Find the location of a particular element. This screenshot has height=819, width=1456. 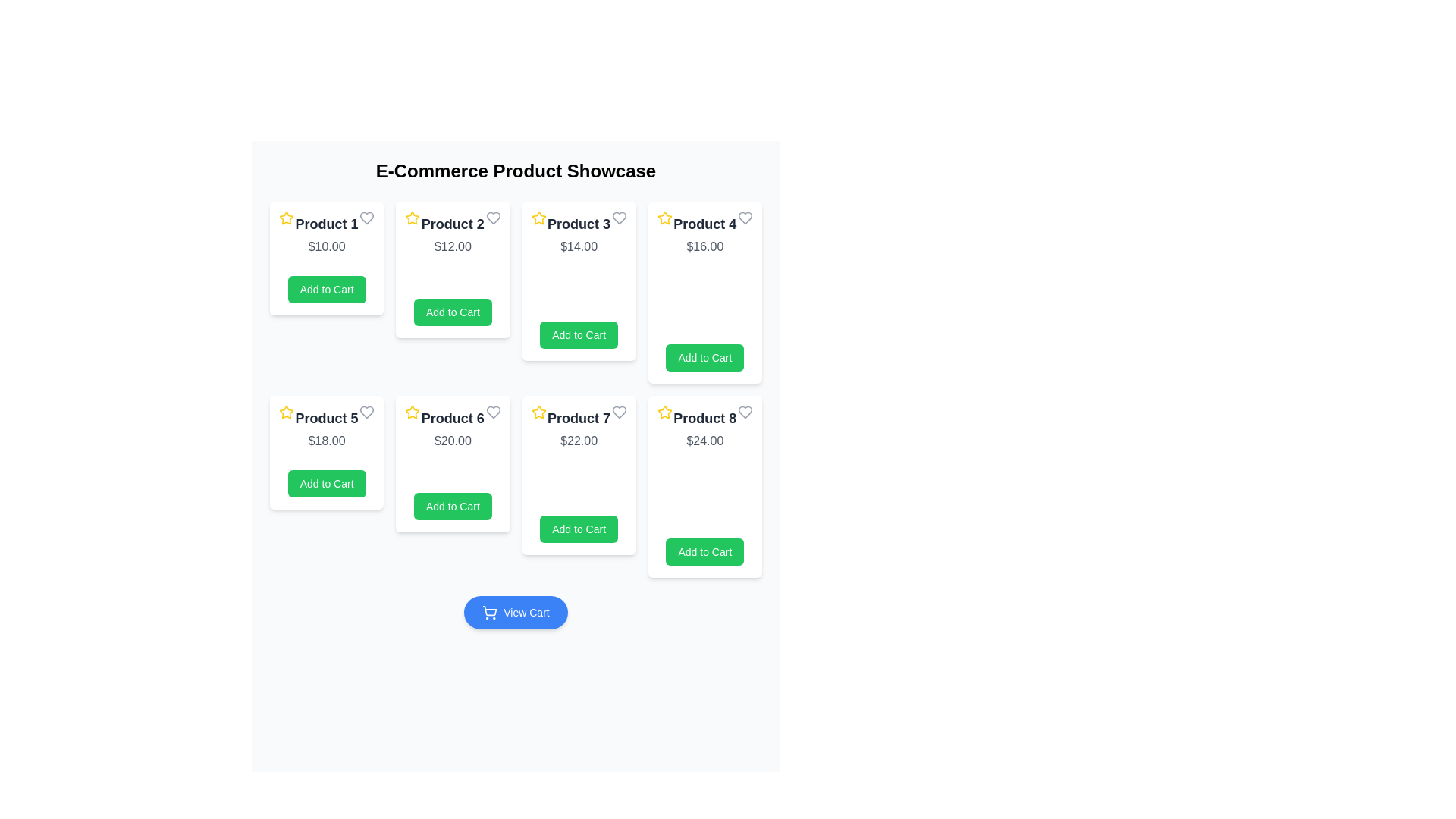

the 'Add to Cart' button for 'Product 8' located at the bottom-right corner of the product list for keyboard interaction is located at coordinates (704, 552).